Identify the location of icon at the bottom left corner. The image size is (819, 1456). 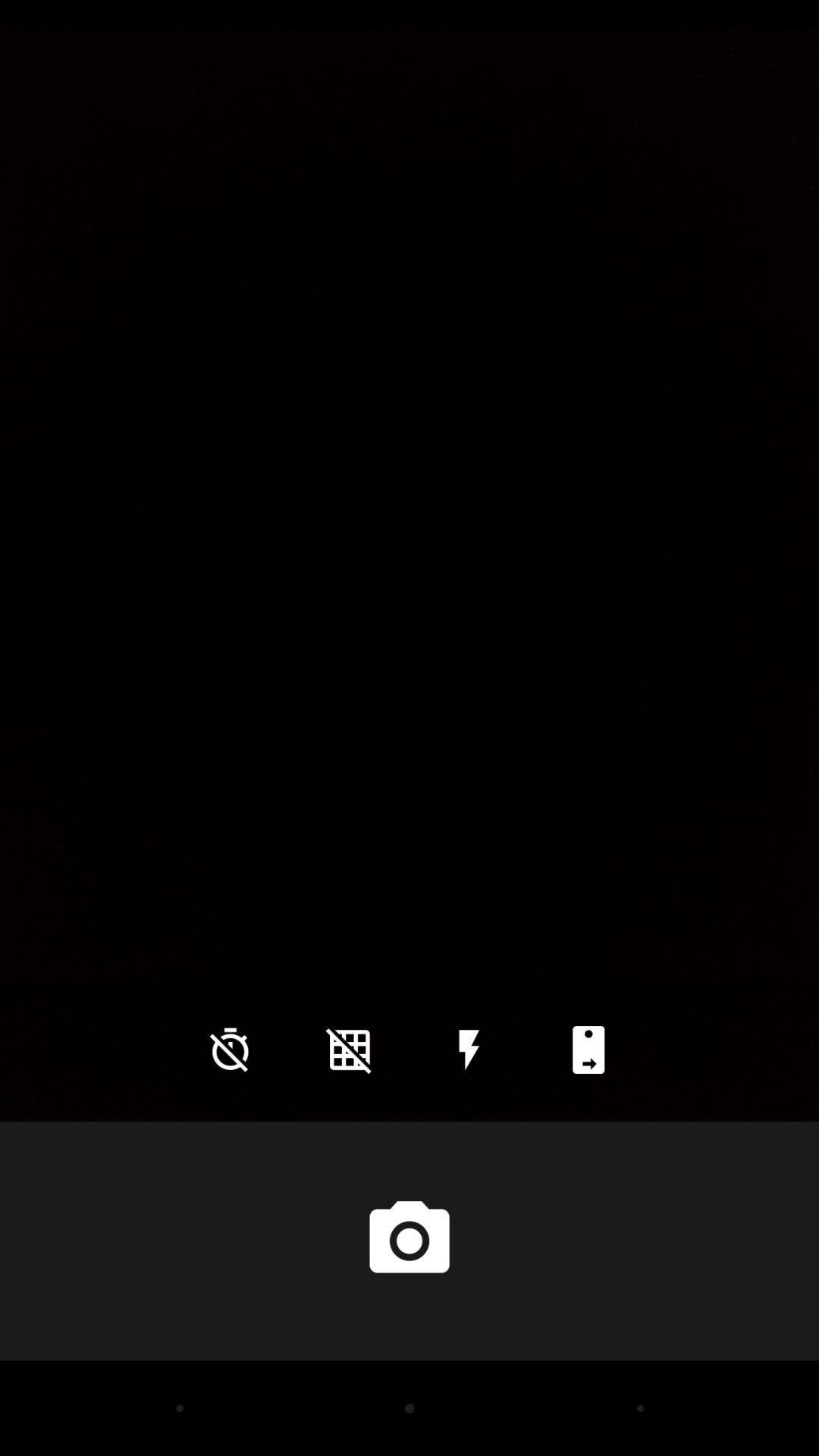
(230, 1049).